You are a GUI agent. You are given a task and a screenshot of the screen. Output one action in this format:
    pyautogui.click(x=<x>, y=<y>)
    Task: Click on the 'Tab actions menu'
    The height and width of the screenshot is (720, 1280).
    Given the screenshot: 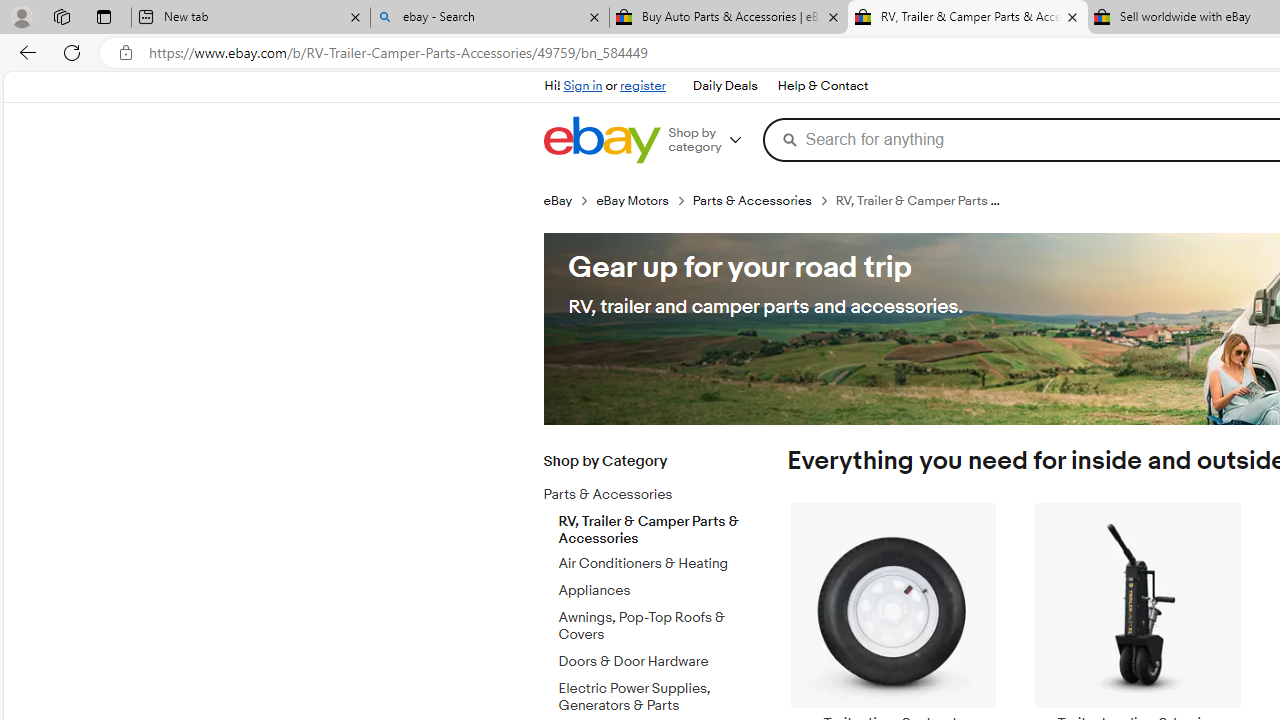 What is the action you would take?
    pyautogui.click(x=103, y=16)
    